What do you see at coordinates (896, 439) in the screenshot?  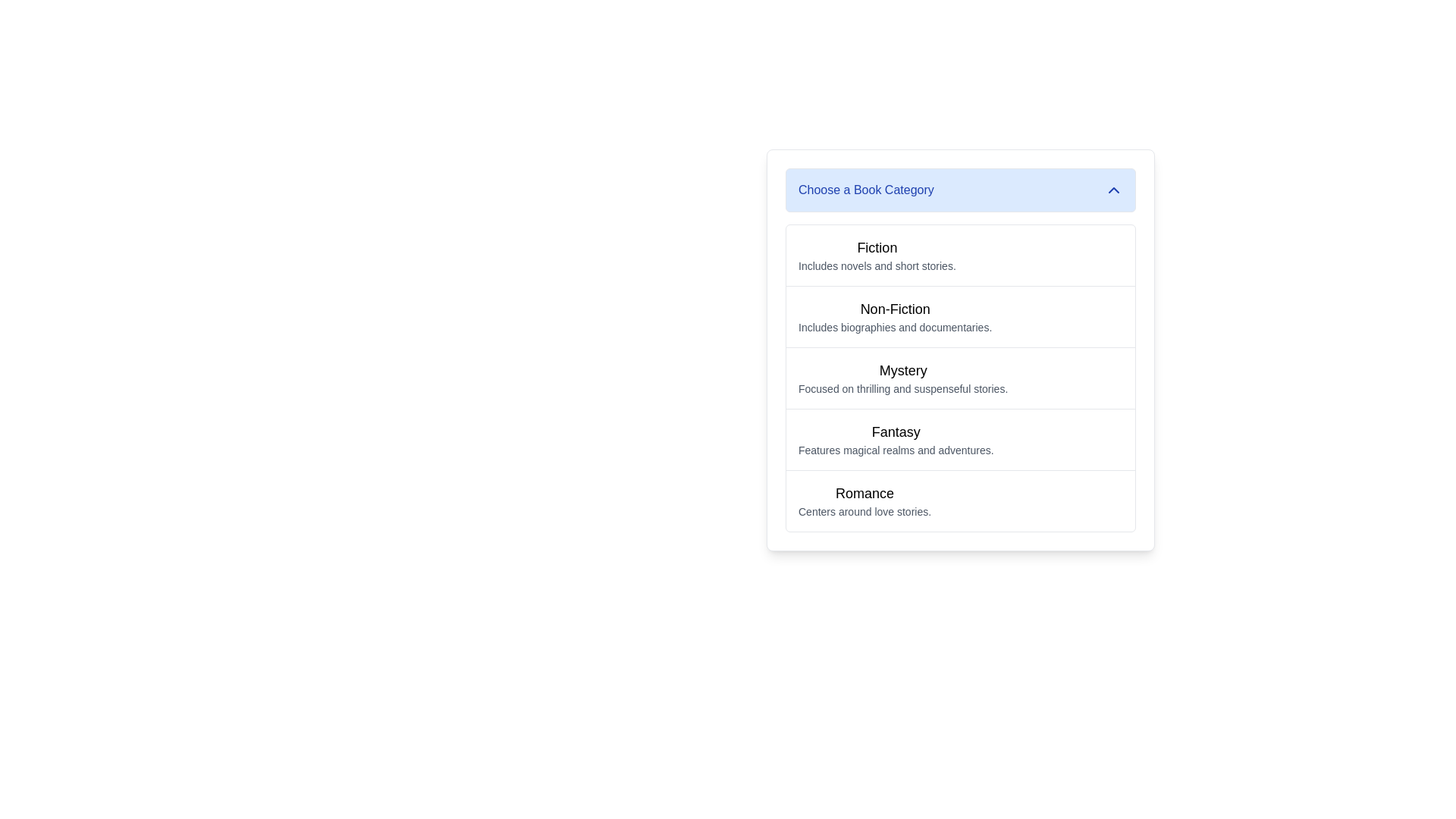 I see `the text label displaying 'Fantasy' with a description of 'Features magical realms and adventures.' located in the fourth row of the book category list under 'Choose a Book Category'` at bounding box center [896, 439].